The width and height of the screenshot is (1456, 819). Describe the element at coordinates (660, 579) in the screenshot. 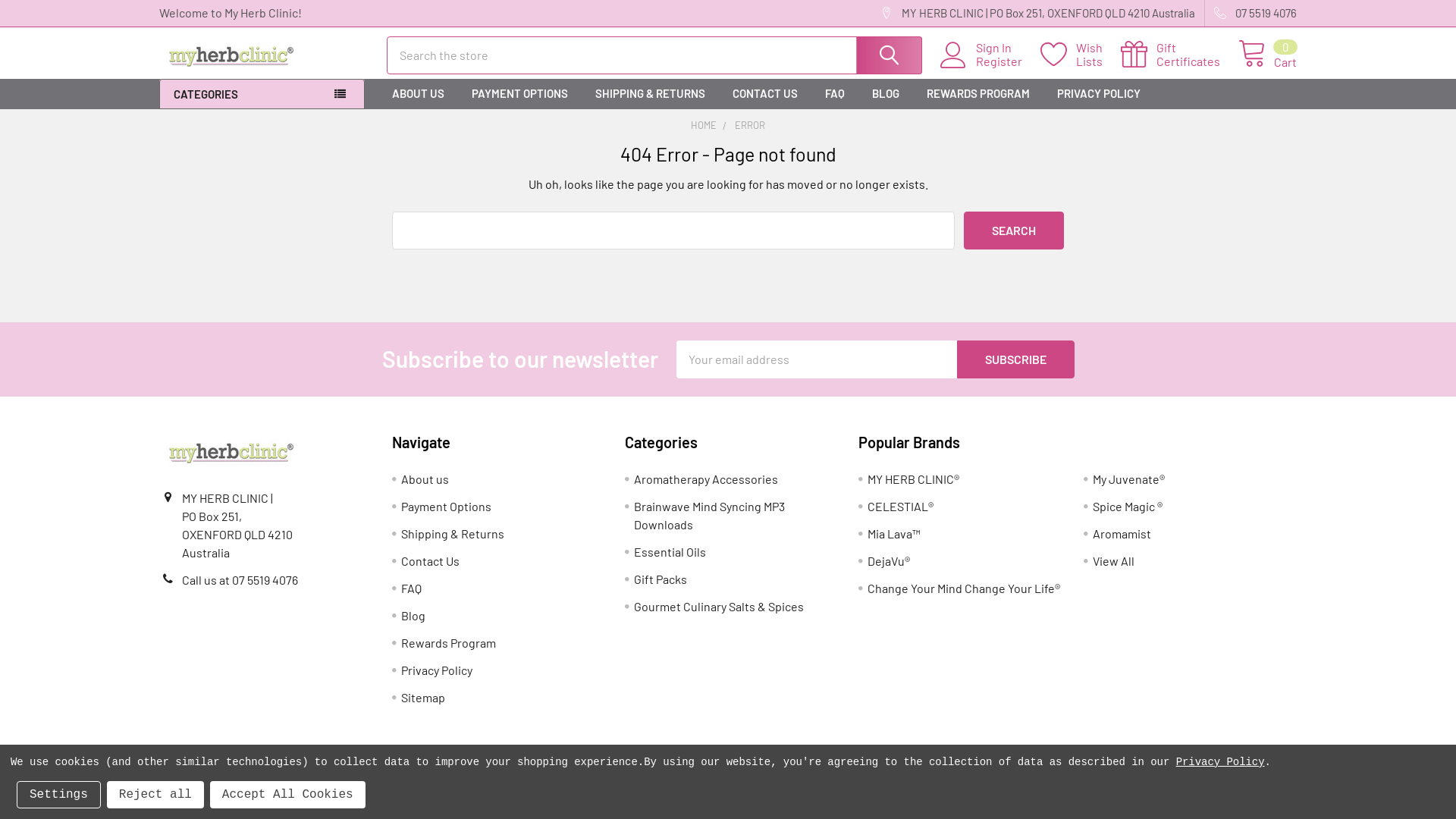

I see `'Gift Packs'` at that location.